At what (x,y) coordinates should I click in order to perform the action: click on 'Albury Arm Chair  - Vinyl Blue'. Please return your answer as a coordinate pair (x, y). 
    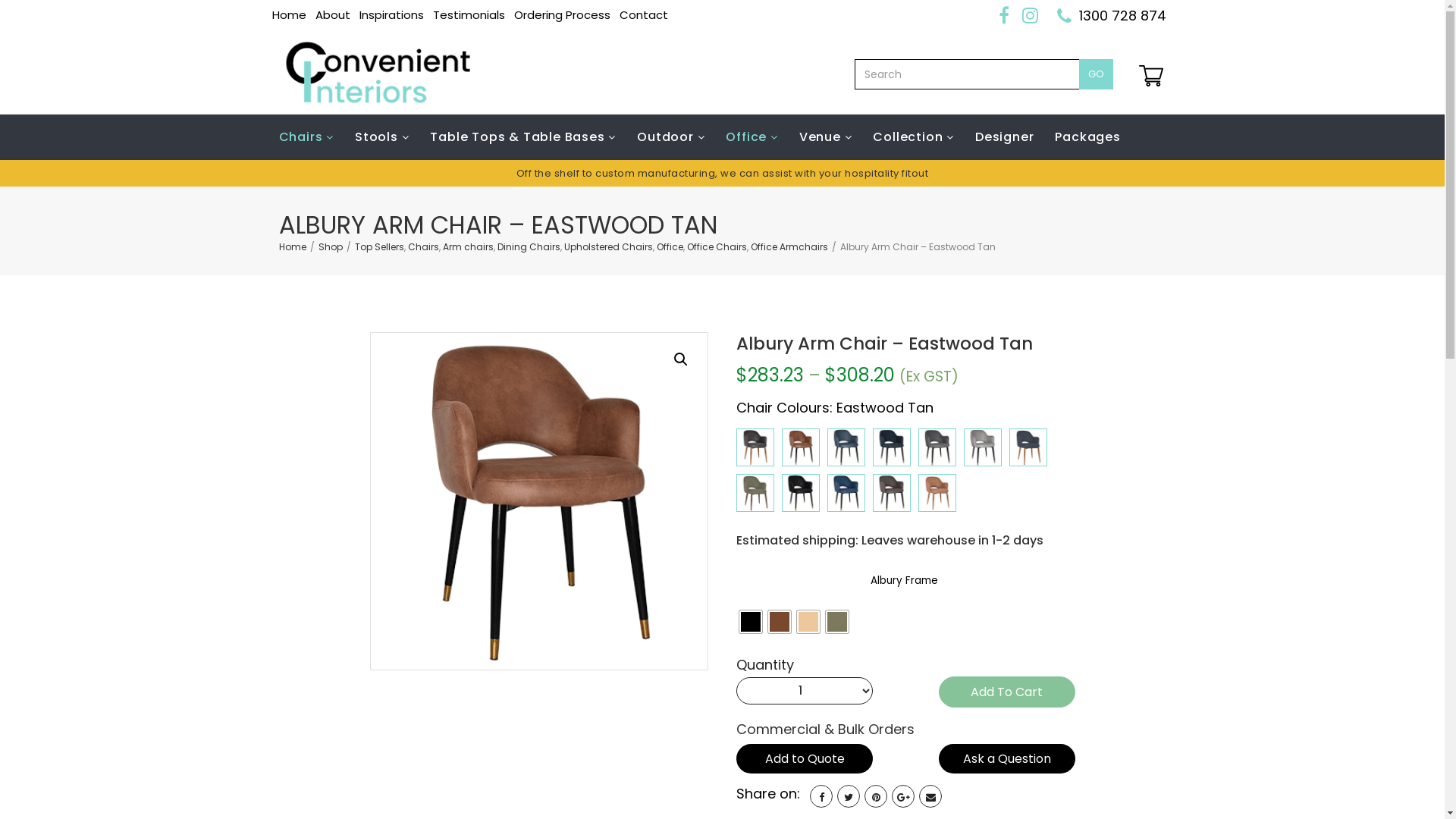
    Looking at the image, I should click on (846, 493).